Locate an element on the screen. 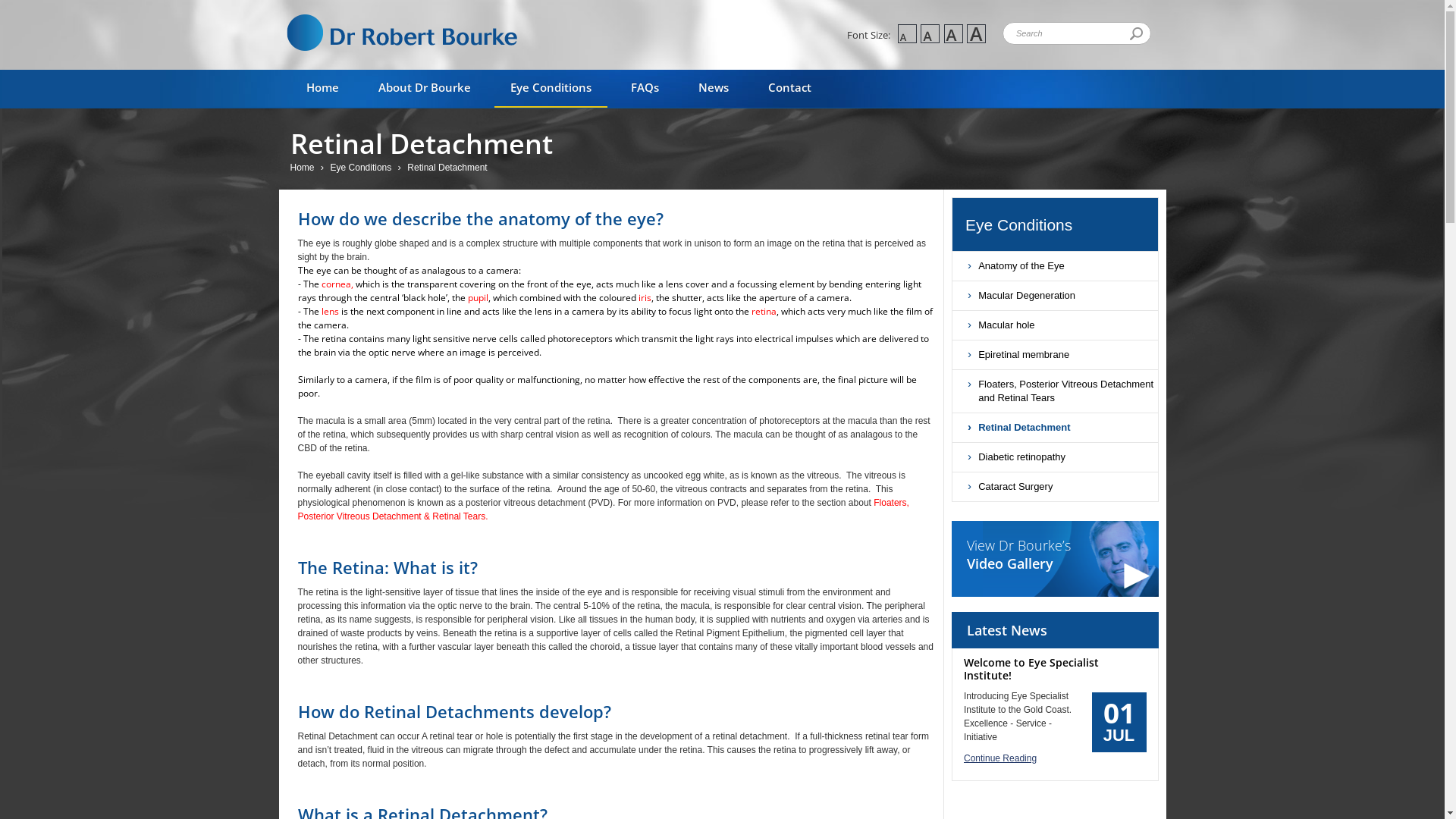 The height and width of the screenshot is (819, 1456). 'FAQs' is located at coordinates (614, 88).